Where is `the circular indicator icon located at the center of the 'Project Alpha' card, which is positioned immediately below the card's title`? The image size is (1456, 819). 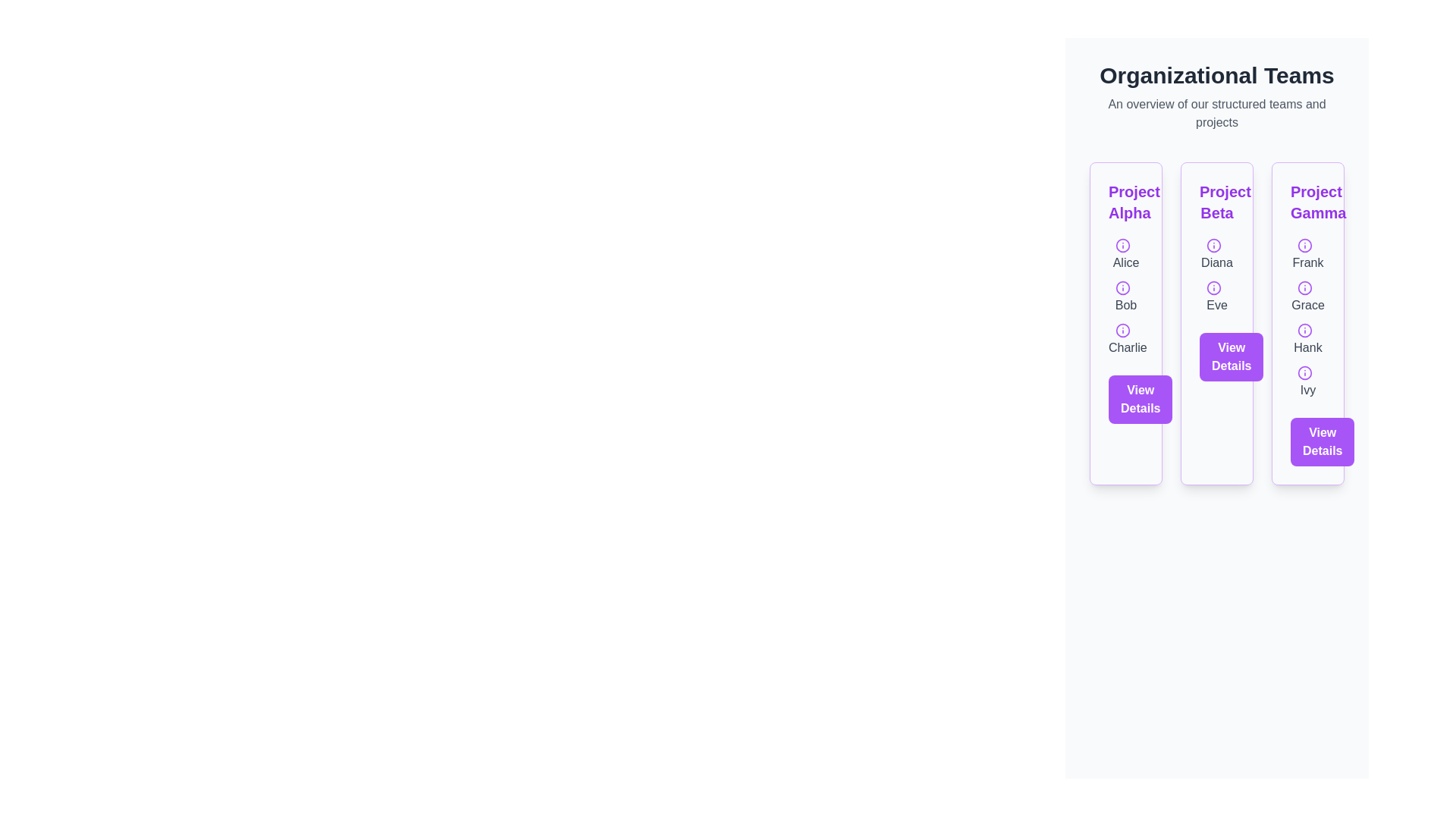
the circular indicator icon located at the center of the 'Project Alpha' card, which is positioned immediately below the card's title is located at coordinates (1123, 244).